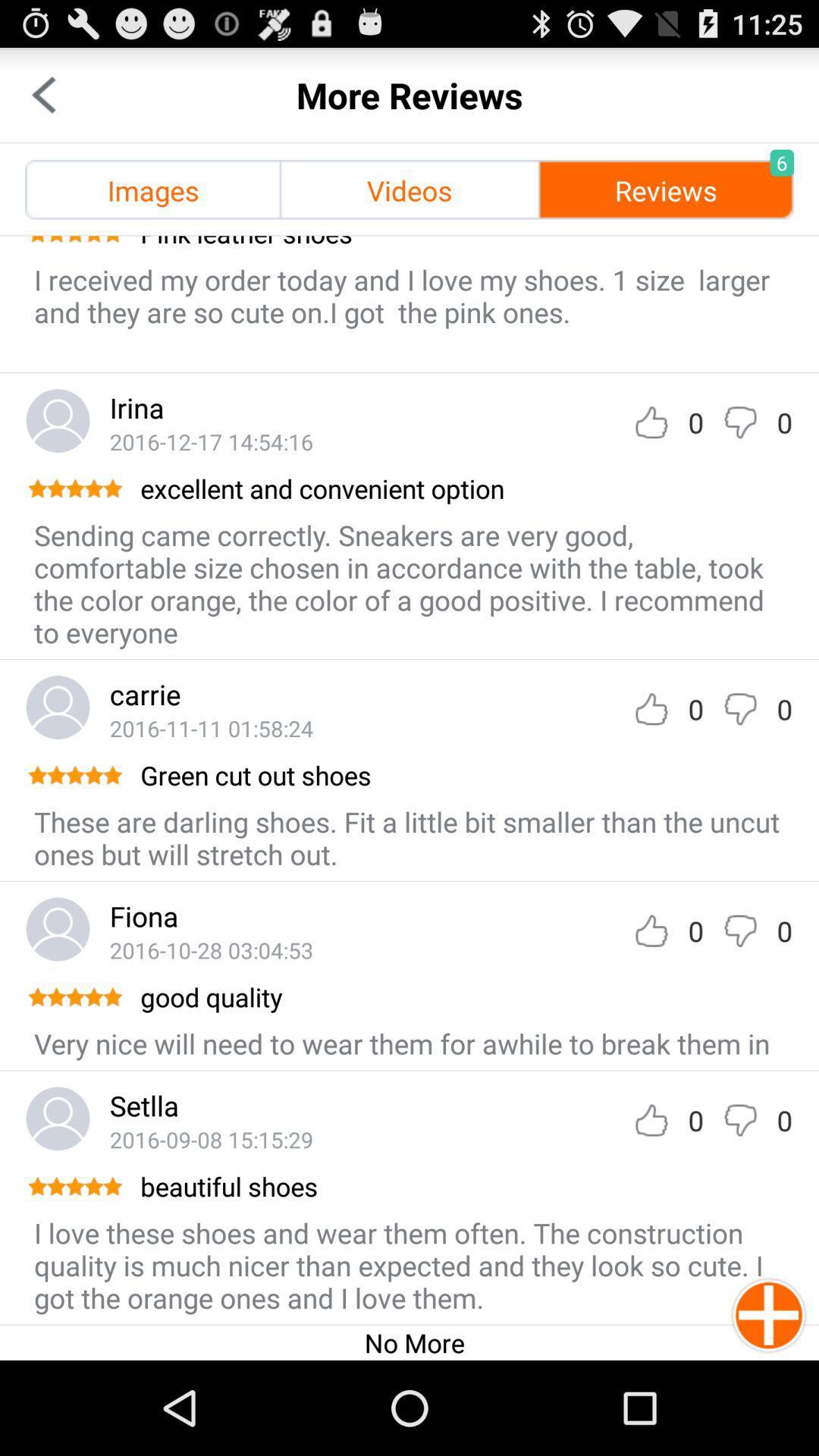  Describe the element at coordinates (739, 422) in the screenshot. I see `dislikes the review` at that location.